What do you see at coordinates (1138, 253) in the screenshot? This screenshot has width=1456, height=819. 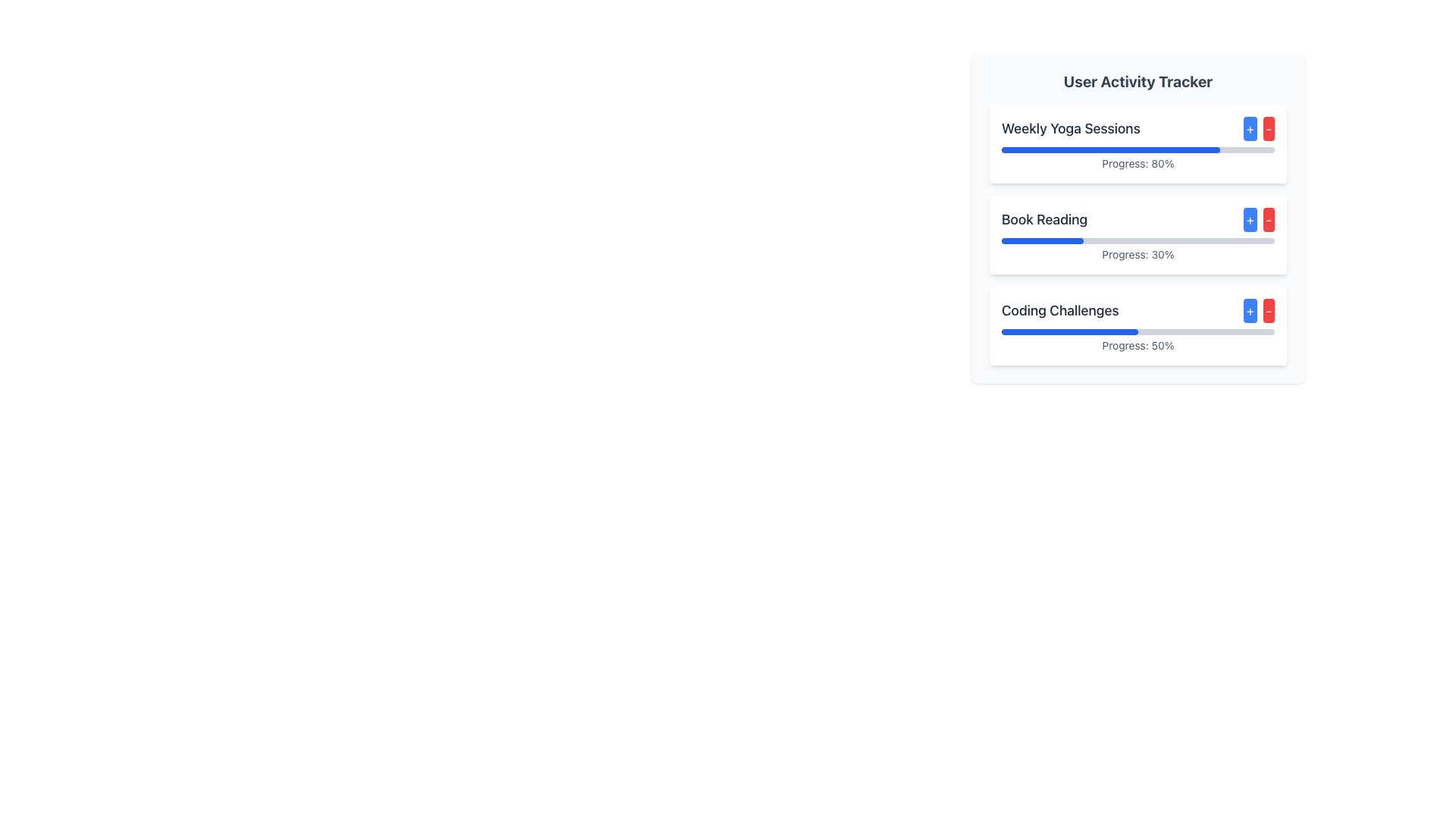 I see `the progress percentage label (30%) located at the bottom section of the 'Book Reading' card, directly beneath the progress bar` at bounding box center [1138, 253].